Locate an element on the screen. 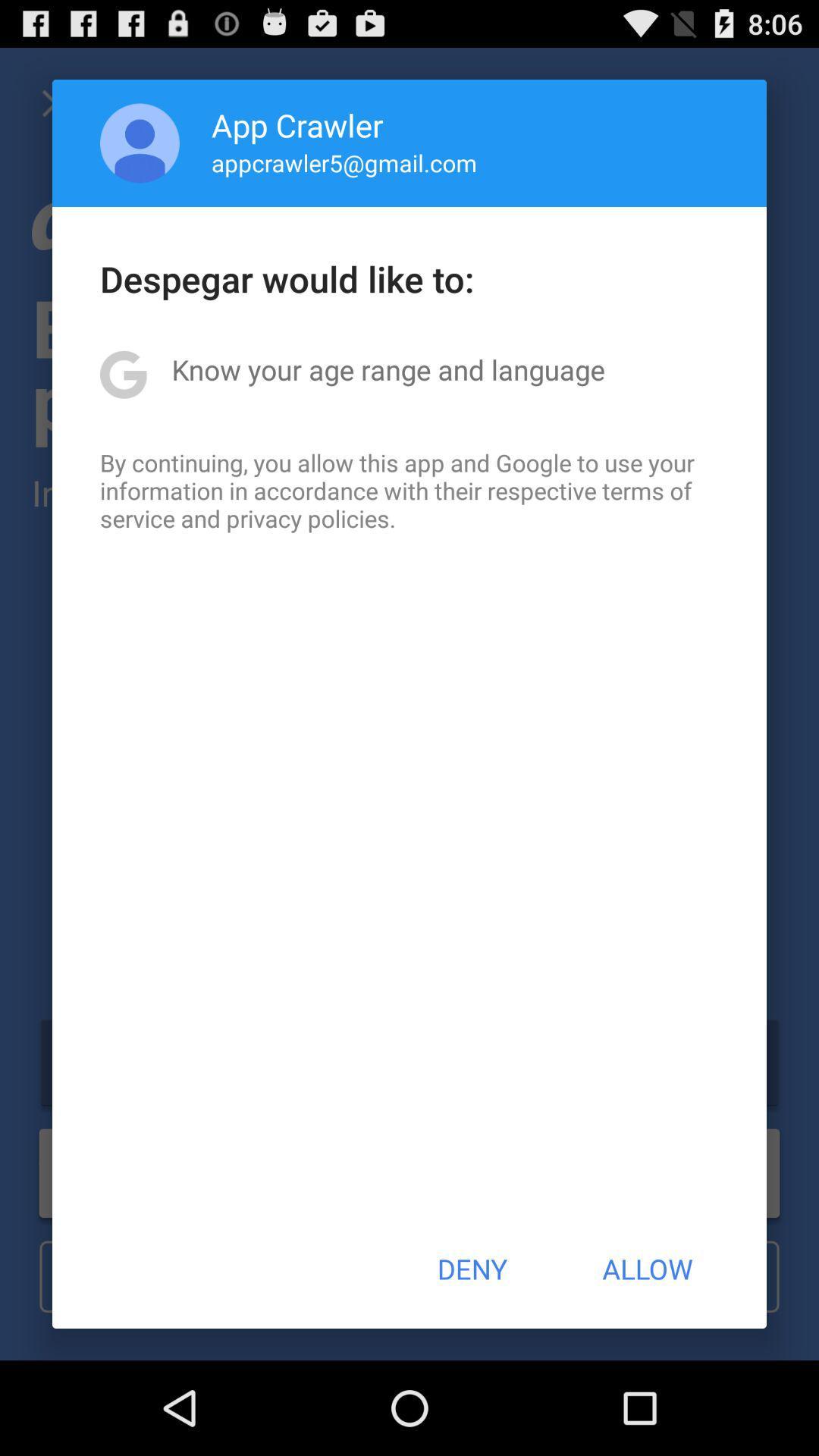 The height and width of the screenshot is (1456, 819). know your age item is located at coordinates (388, 369).